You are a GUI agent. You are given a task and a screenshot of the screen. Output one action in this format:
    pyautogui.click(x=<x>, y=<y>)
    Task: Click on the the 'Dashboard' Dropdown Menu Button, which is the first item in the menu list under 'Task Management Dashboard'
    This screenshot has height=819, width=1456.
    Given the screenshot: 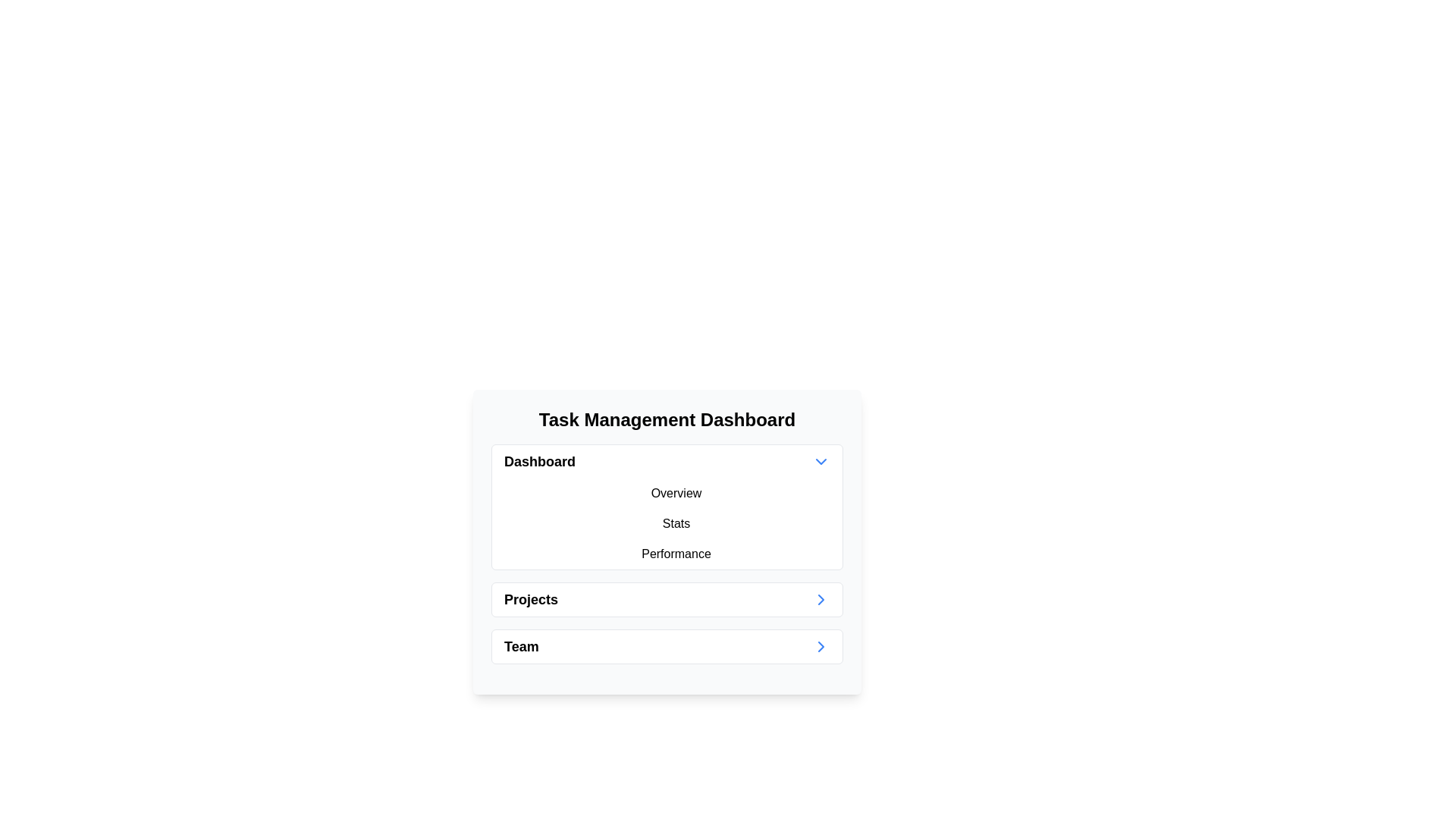 What is the action you would take?
    pyautogui.click(x=667, y=461)
    